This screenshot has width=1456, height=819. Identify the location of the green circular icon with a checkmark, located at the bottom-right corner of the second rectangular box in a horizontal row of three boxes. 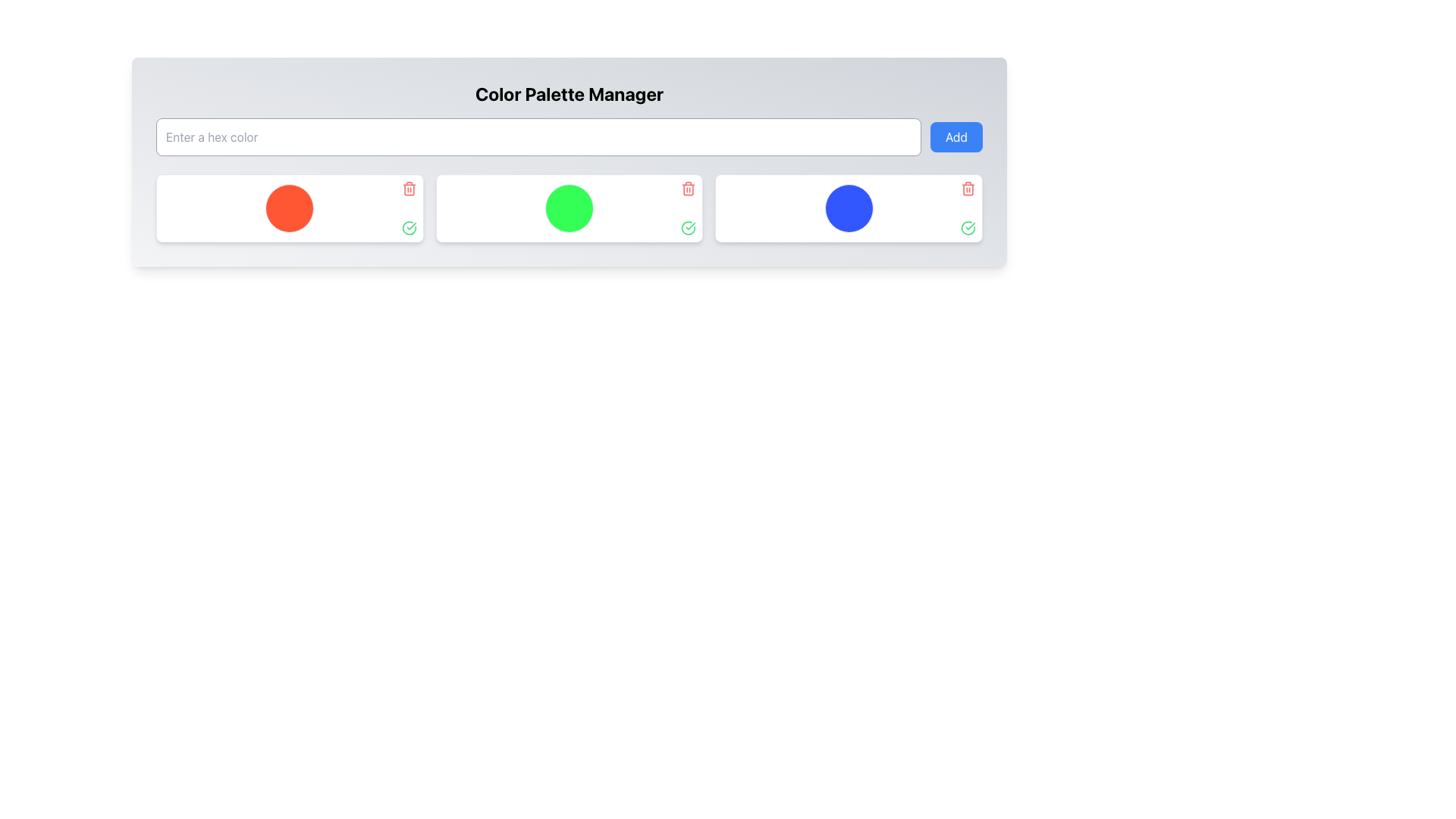
(967, 227).